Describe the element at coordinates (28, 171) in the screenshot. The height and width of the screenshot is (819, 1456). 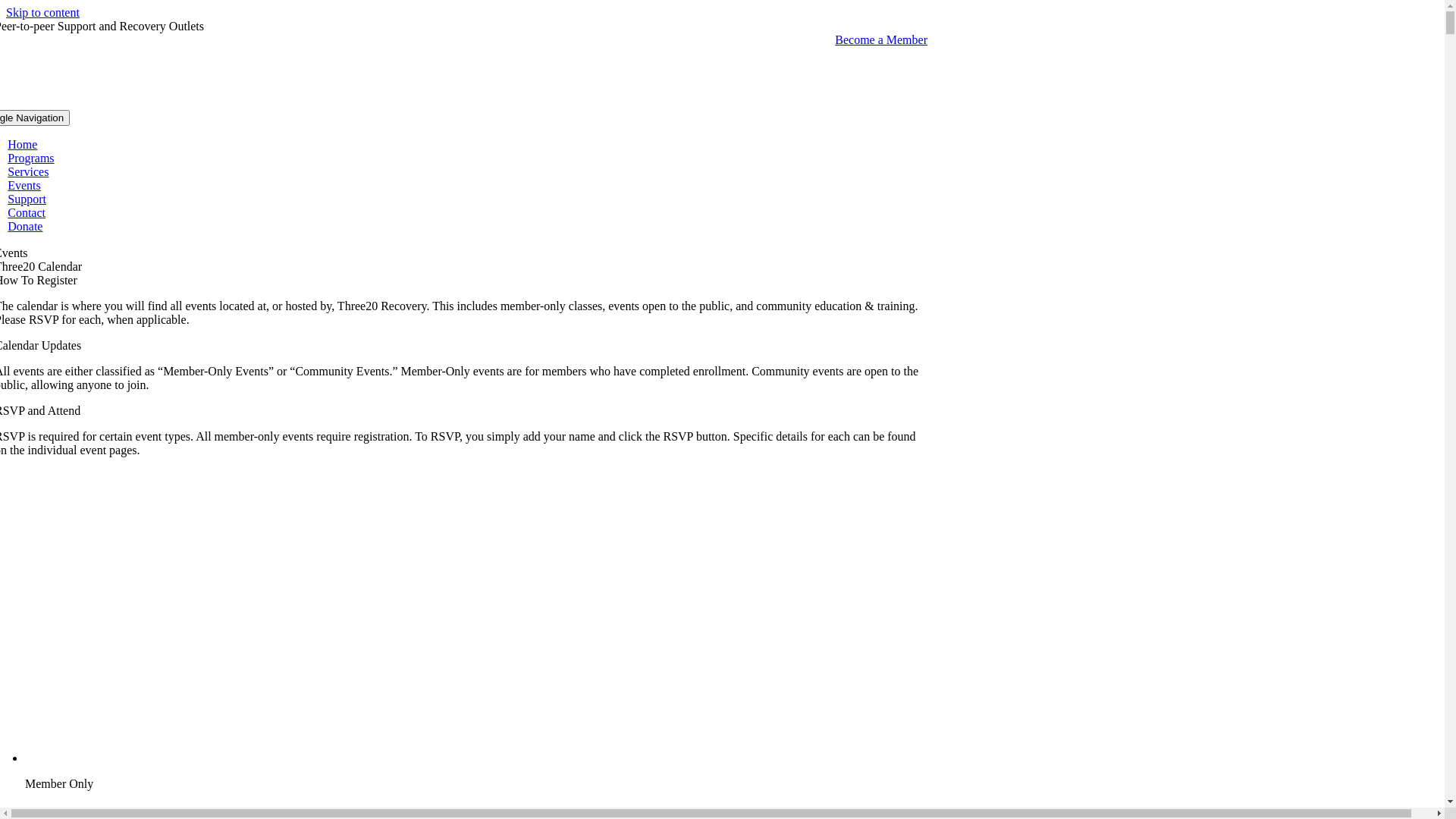
I see `'Services'` at that location.